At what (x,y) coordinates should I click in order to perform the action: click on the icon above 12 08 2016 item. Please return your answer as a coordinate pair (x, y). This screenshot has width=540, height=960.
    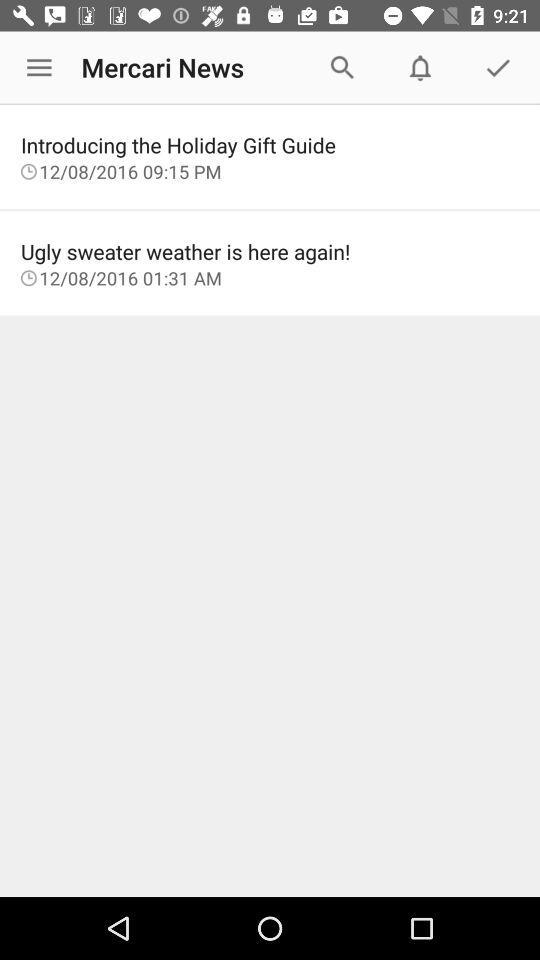
    Looking at the image, I should click on (270, 144).